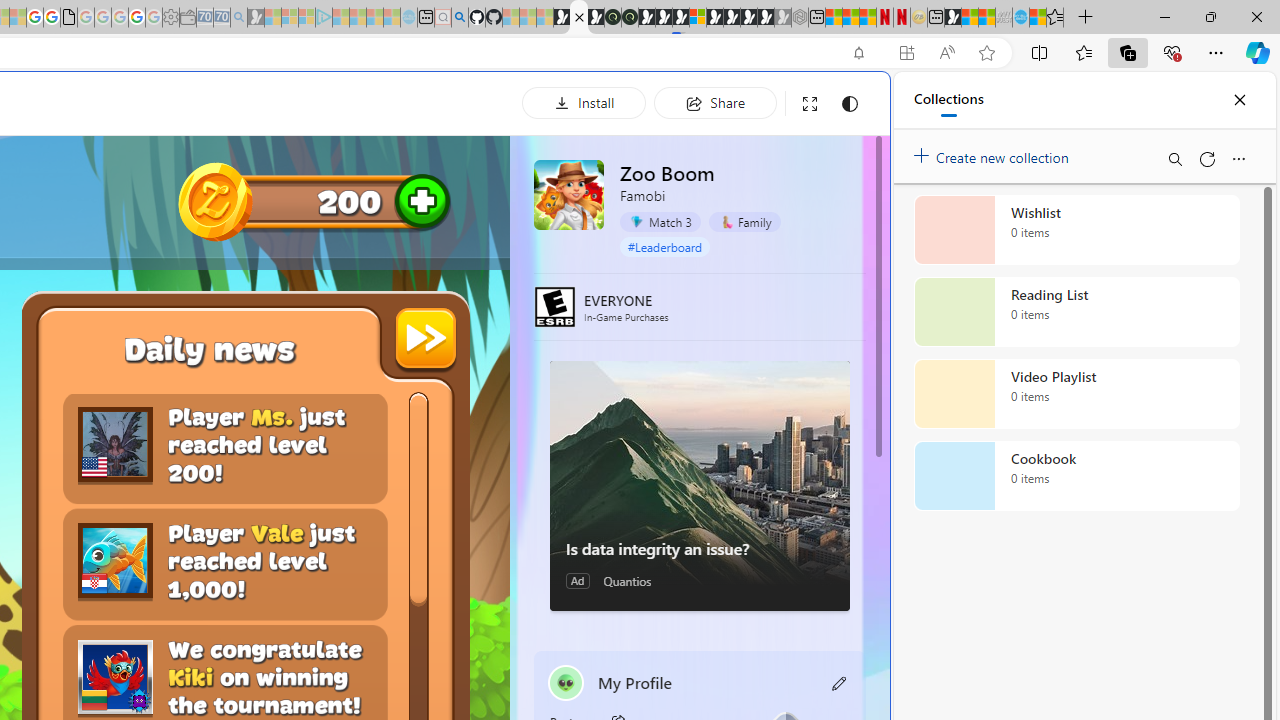 The width and height of the screenshot is (1280, 720). Describe the element at coordinates (986, 17) in the screenshot. I see `'Earth has six continents not seven, radical new study claims'` at that location.